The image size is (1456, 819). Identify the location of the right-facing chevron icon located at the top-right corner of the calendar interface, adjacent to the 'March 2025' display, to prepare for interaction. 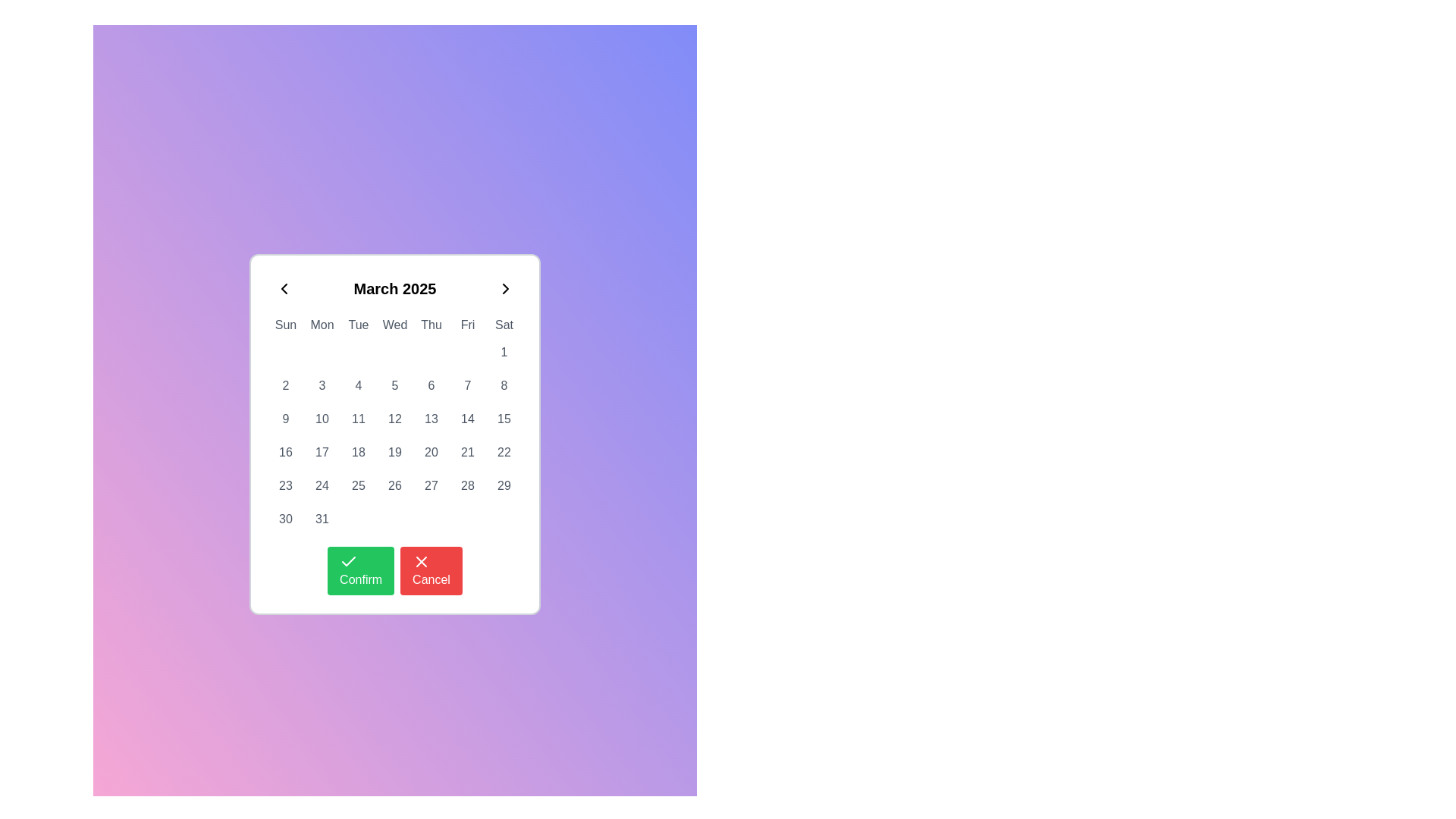
(506, 289).